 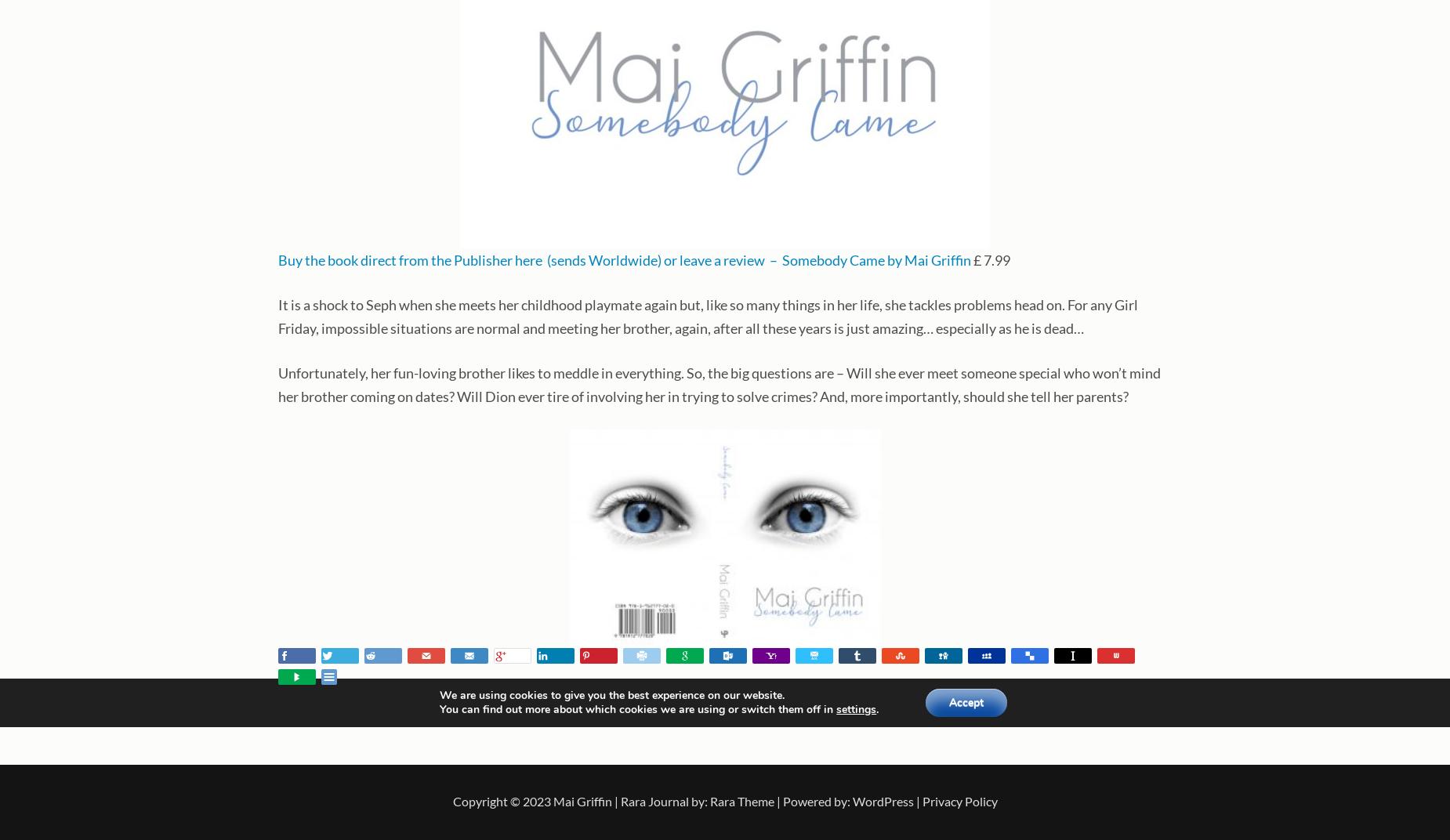 What do you see at coordinates (553, 801) in the screenshot?
I see `'Mai Griffin'` at bounding box center [553, 801].